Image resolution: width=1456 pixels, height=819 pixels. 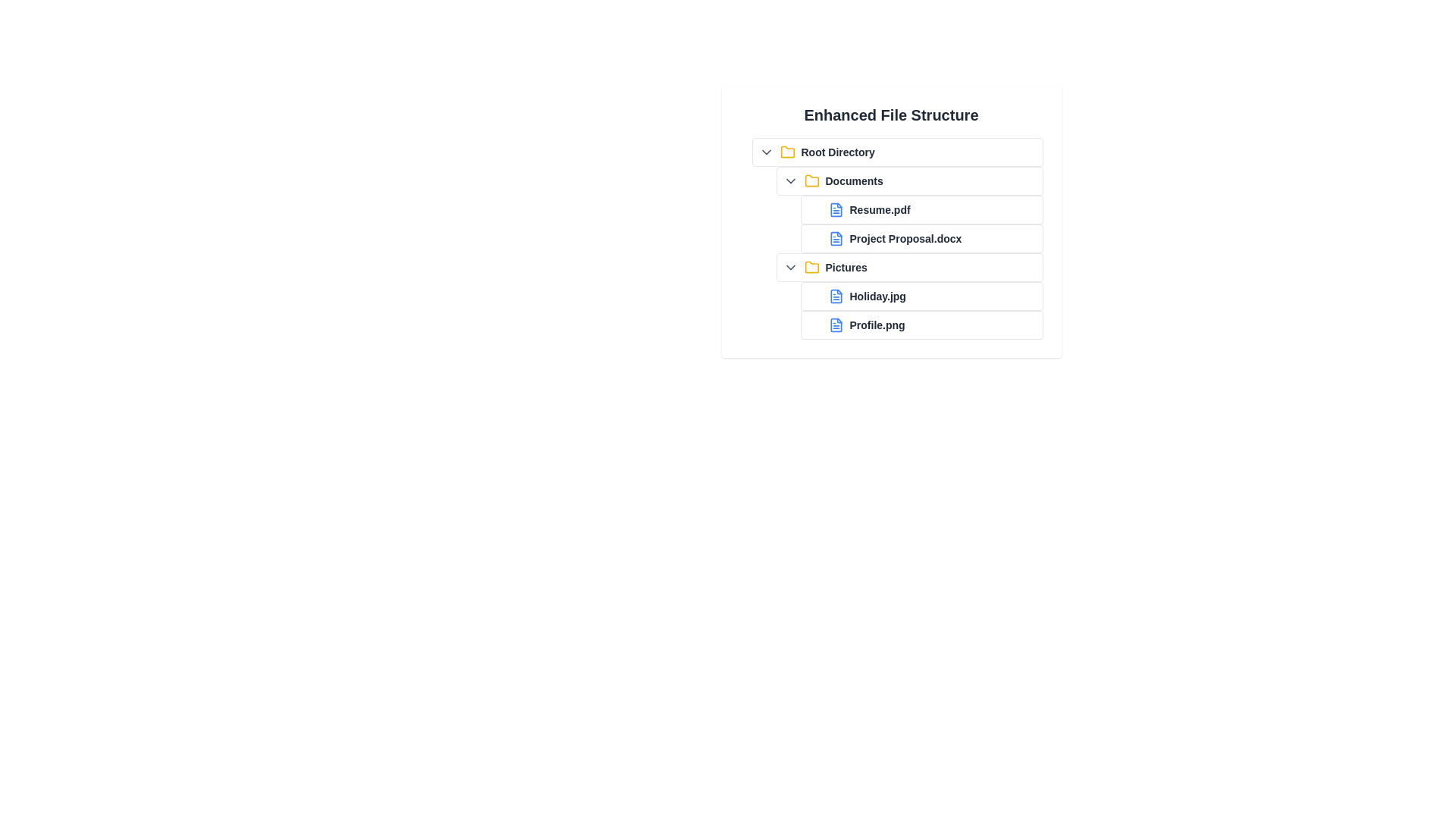 What do you see at coordinates (811, 266) in the screenshot?
I see `the outlined yellowish folder icon located to the left of the 'Pictures' label in the second folder under the 'Root Directory'` at bounding box center [811, 266].